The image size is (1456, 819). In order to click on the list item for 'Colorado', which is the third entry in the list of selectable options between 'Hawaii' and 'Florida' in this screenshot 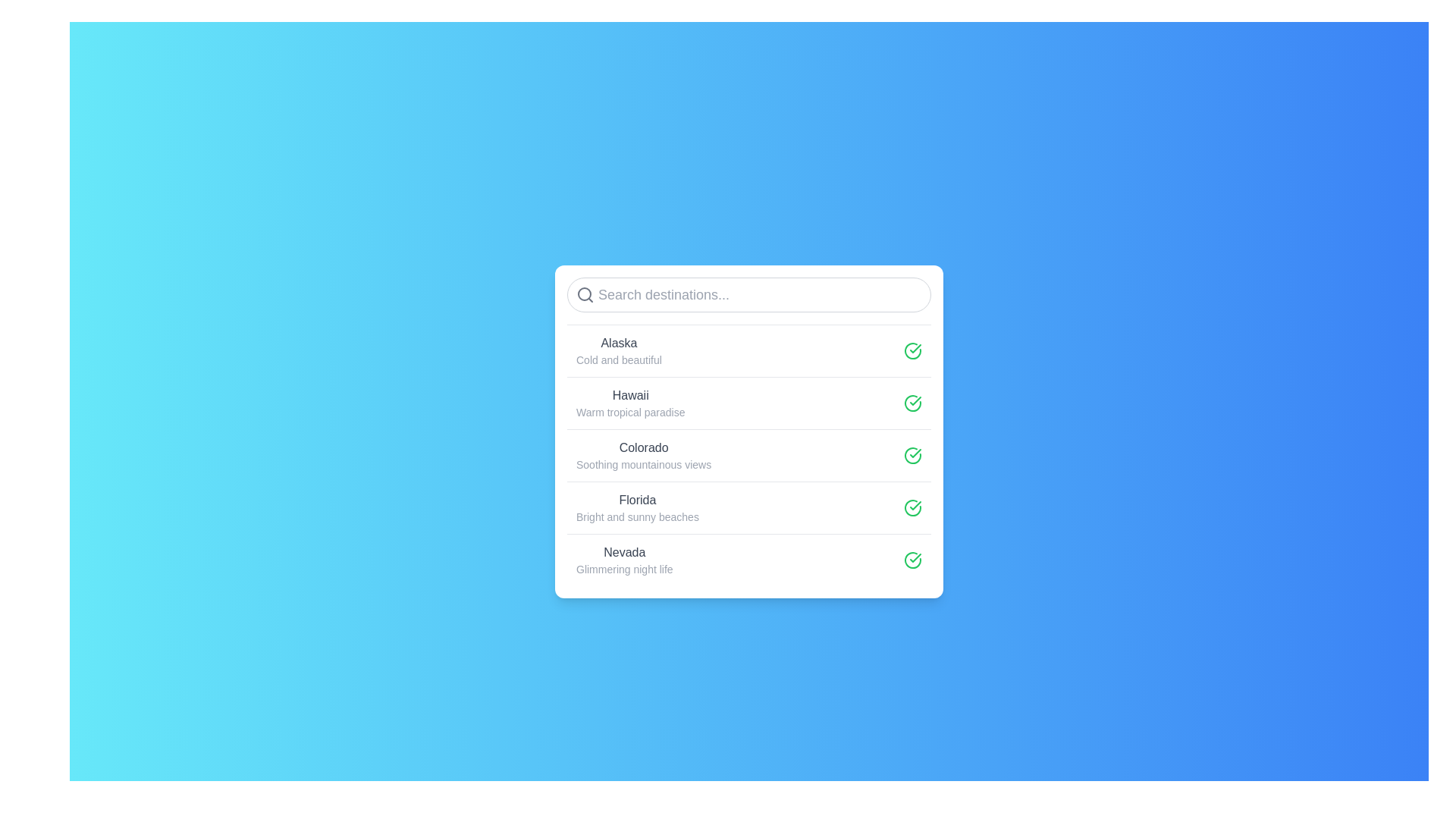, I will do `click(749, 454)`.